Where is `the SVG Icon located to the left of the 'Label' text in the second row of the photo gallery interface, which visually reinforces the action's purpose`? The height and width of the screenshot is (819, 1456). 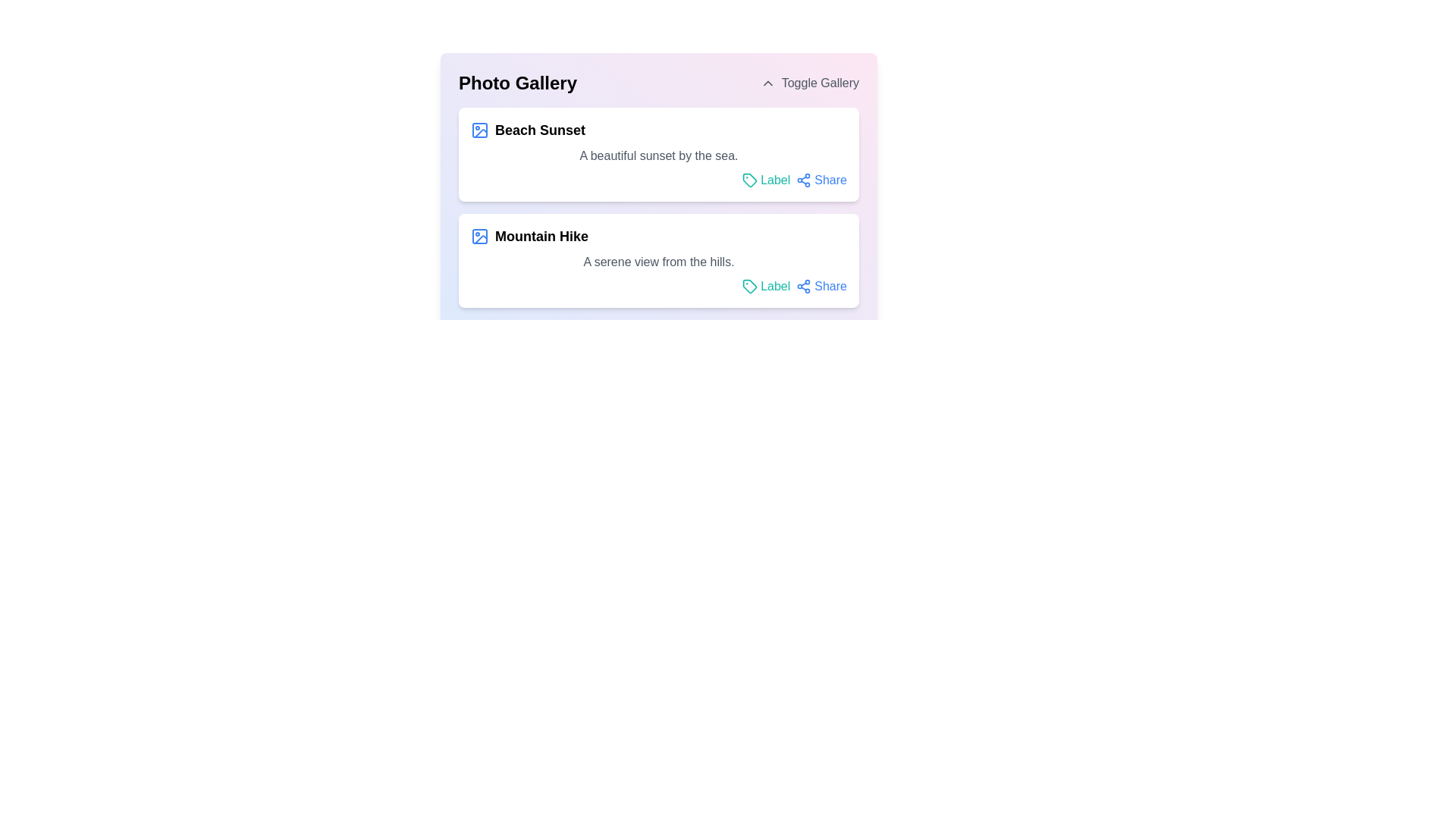
the SVG Icon located to the left of the 'Label' text in the second row of the photo gallery interface, which visually reinforces the action's purpose is located at coordinates (750, 287).